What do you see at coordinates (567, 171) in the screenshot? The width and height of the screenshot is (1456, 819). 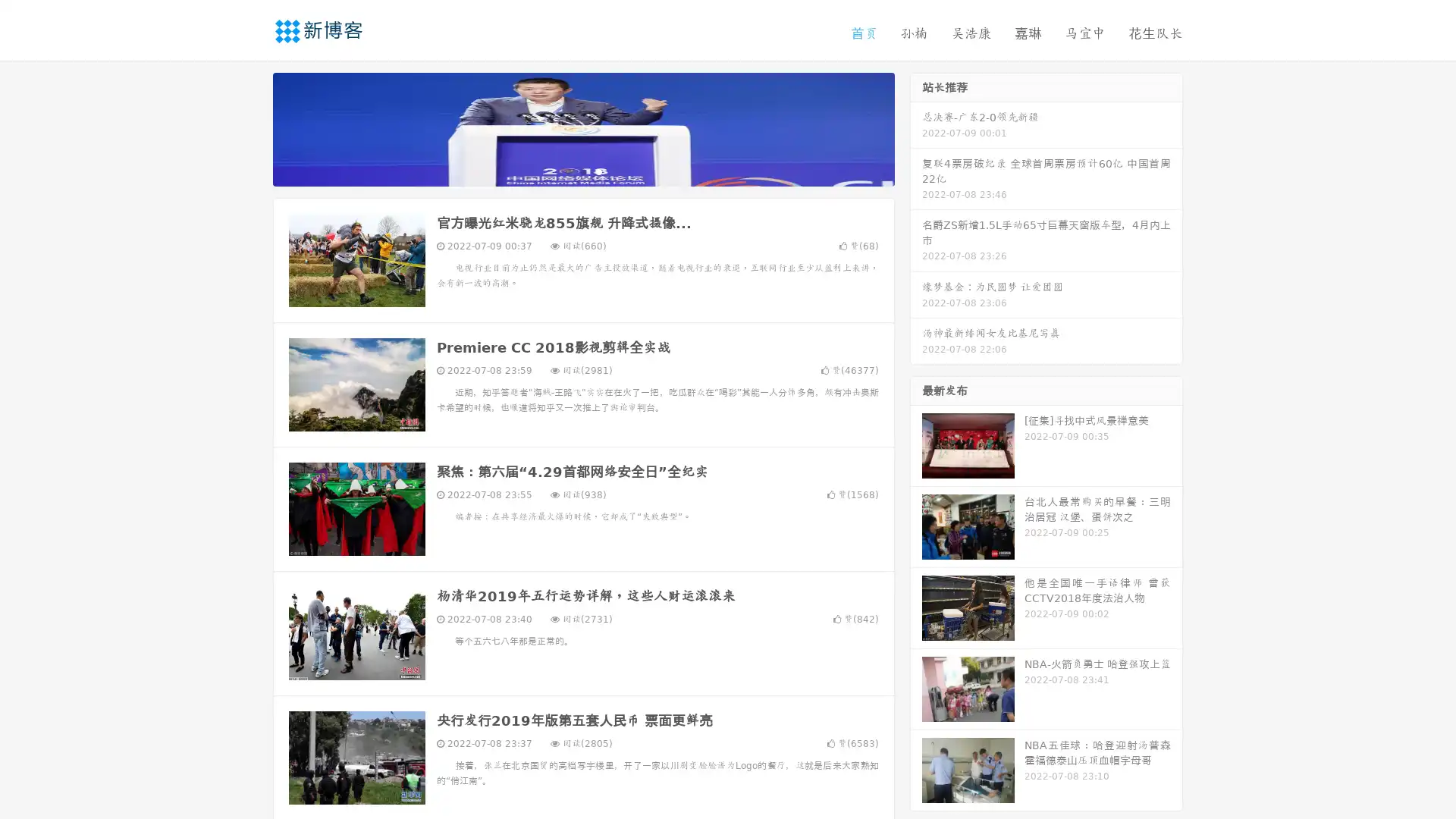 I see `Go to slide 1` at bounding box center [567, 171].